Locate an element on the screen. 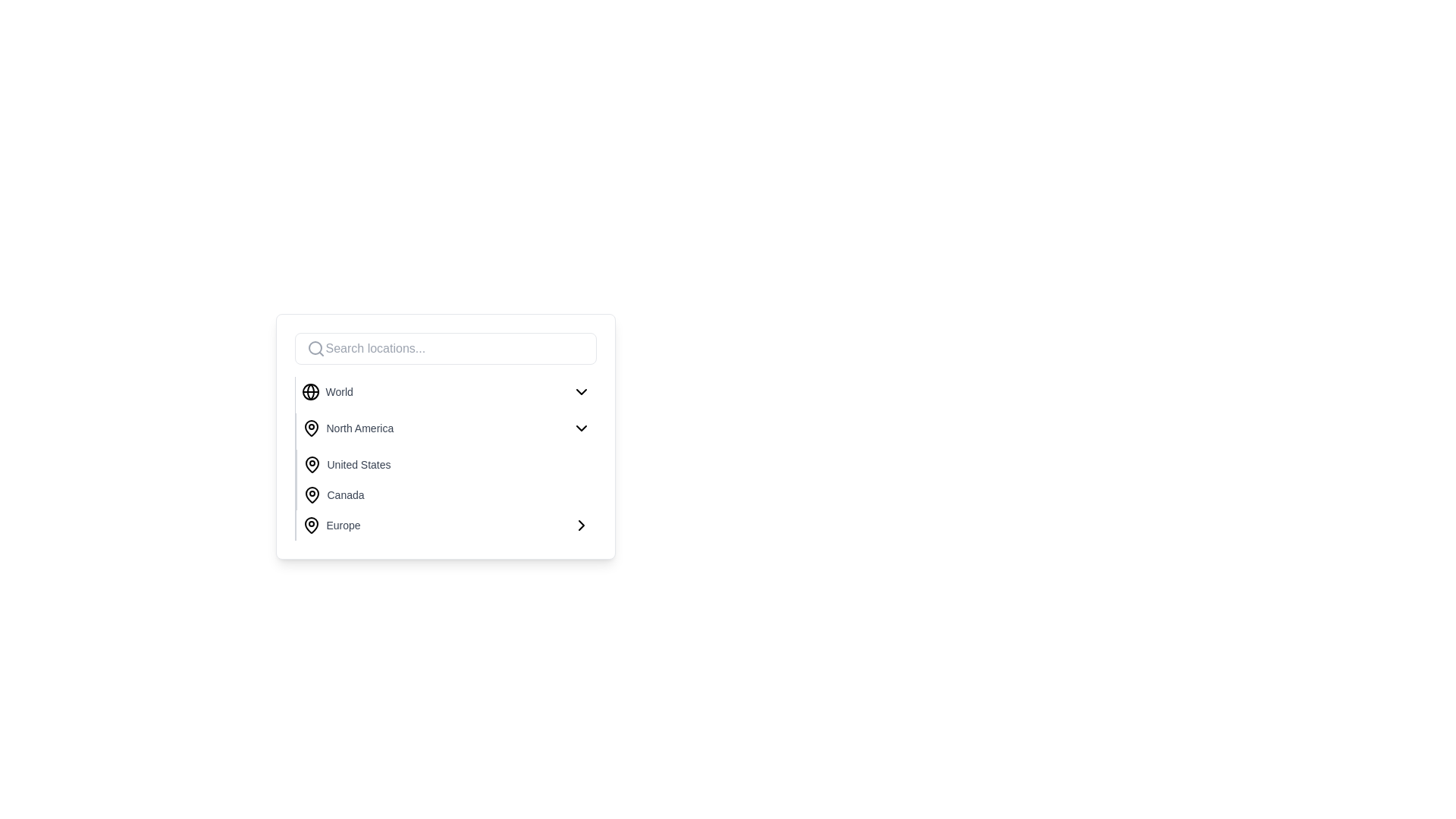  the rightward-pointing chevron icon used for navigation, which is aligned to the far right of the 'Europe' menu item in the dropdown list is located at coordinates (580, 525).